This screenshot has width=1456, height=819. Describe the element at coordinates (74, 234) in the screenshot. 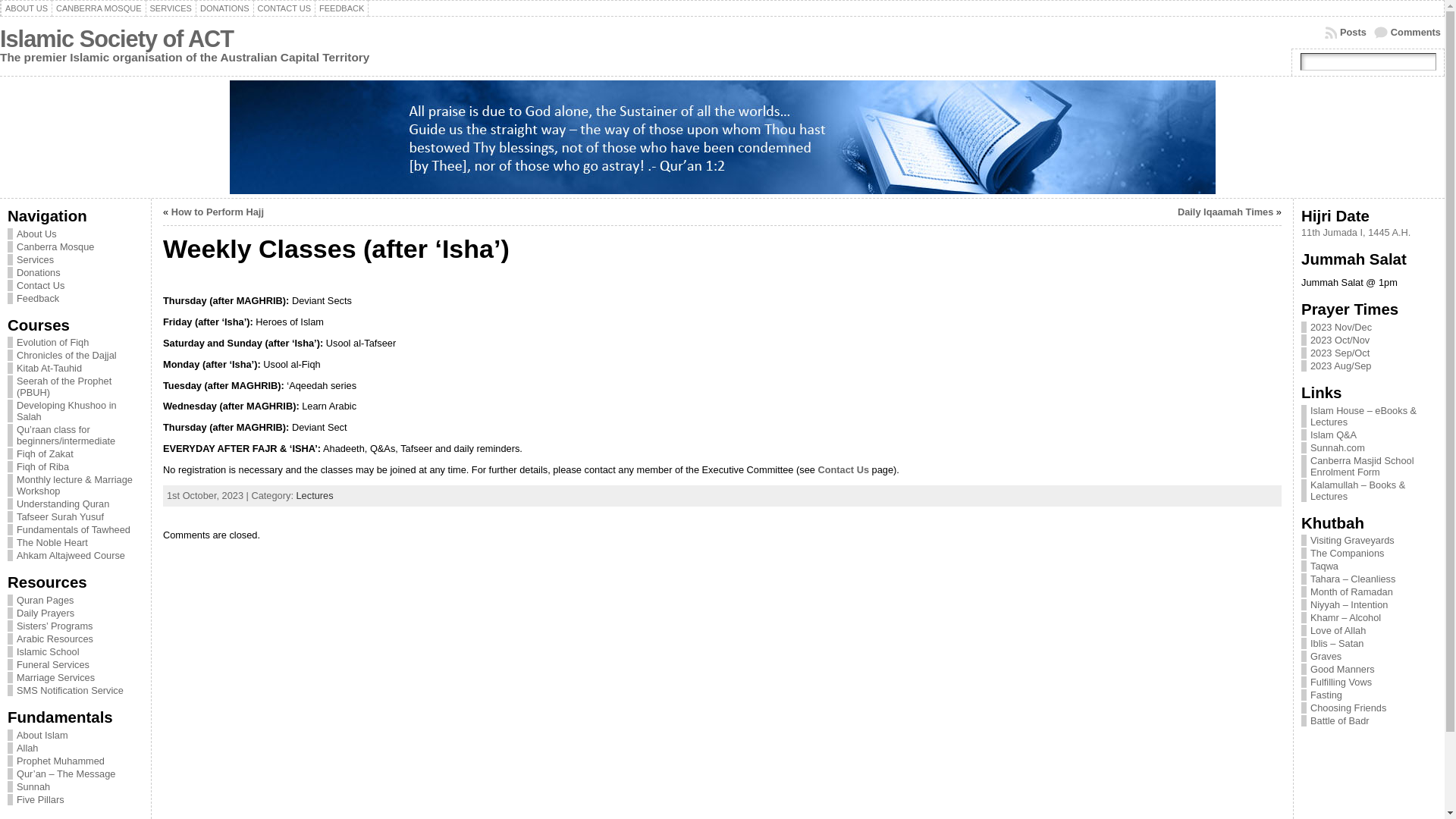

I see `'About Us'` at that location.